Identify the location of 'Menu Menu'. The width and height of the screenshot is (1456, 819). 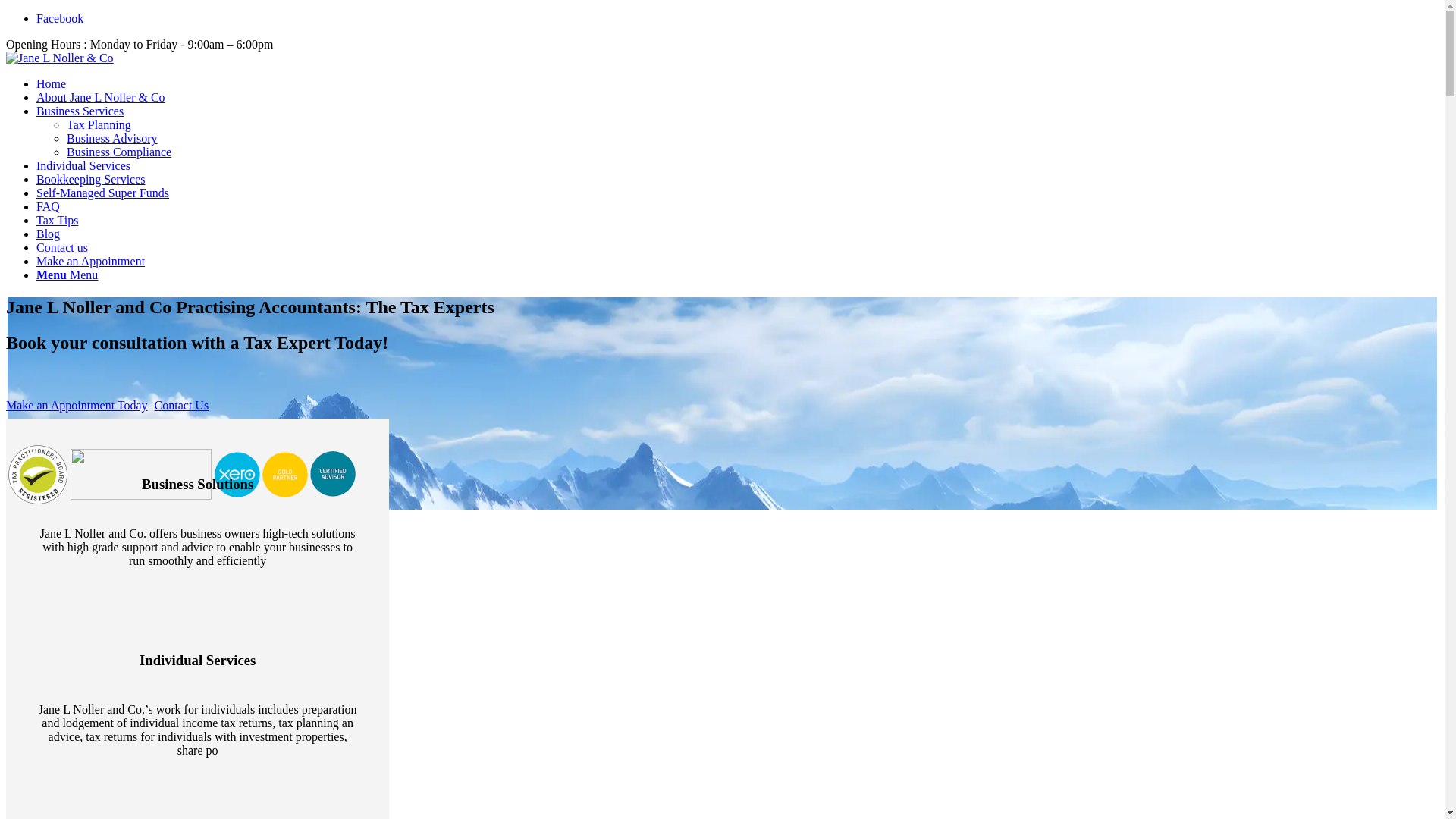
(66, 275).